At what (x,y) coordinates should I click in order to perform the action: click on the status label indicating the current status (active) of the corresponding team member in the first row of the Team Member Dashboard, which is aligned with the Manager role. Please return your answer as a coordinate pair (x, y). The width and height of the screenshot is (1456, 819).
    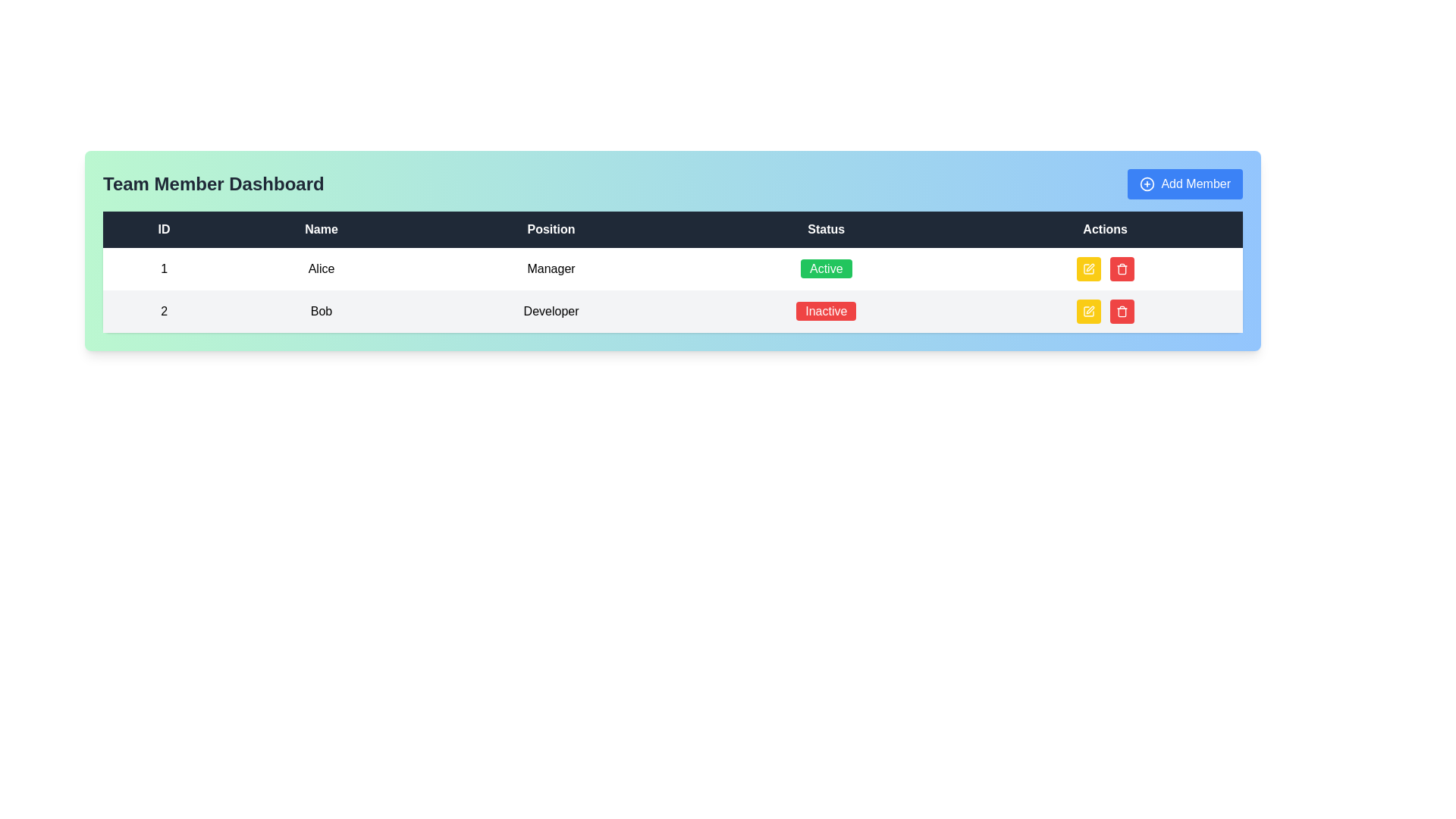
    Looking at the image, I should click on (825, 268).